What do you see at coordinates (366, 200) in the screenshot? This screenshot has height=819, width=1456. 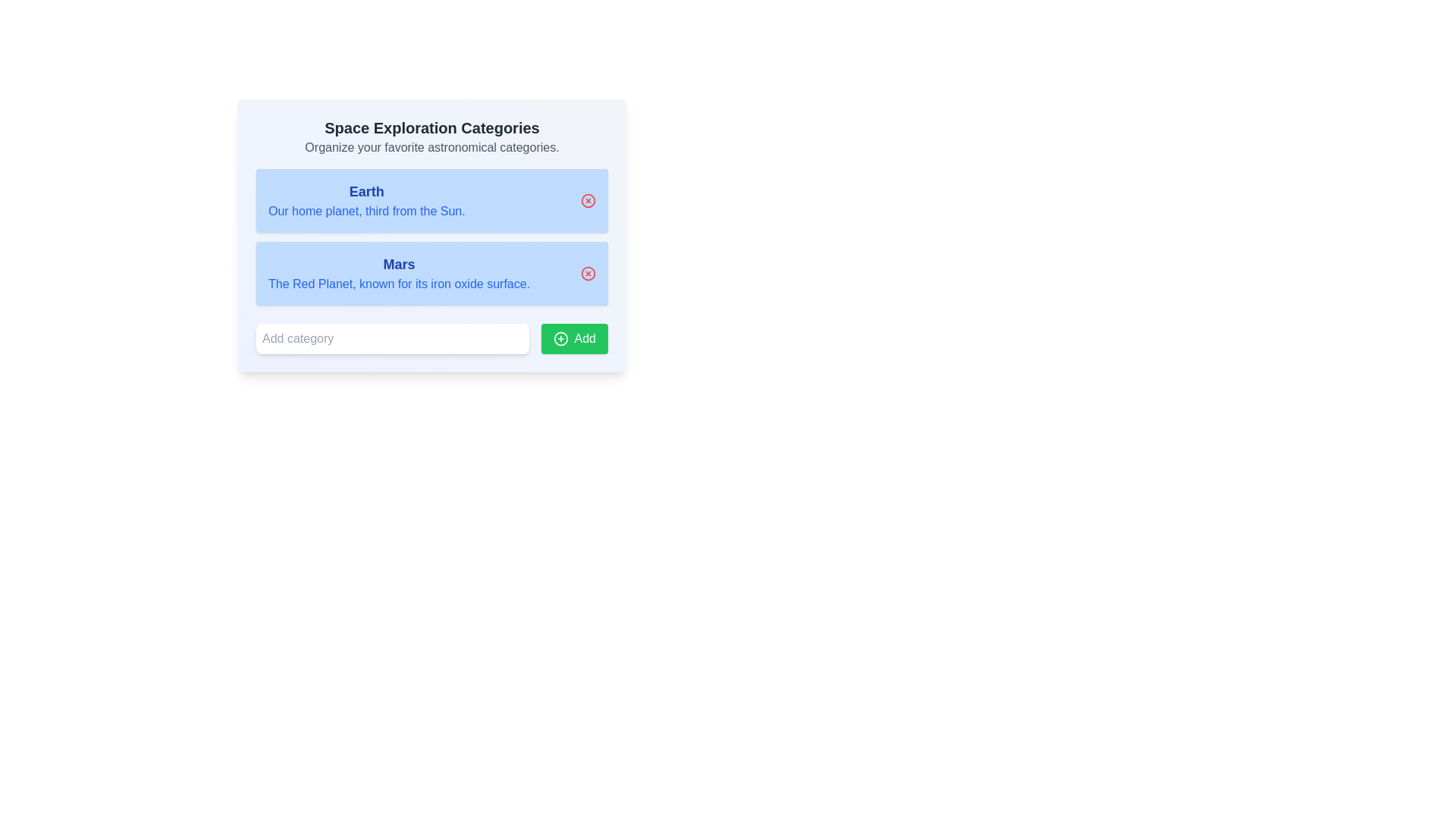 I see `the text block titled 'Earth', which contains the description 'Our home planet, third from the Sun.'` at bounding box center [366, 200].